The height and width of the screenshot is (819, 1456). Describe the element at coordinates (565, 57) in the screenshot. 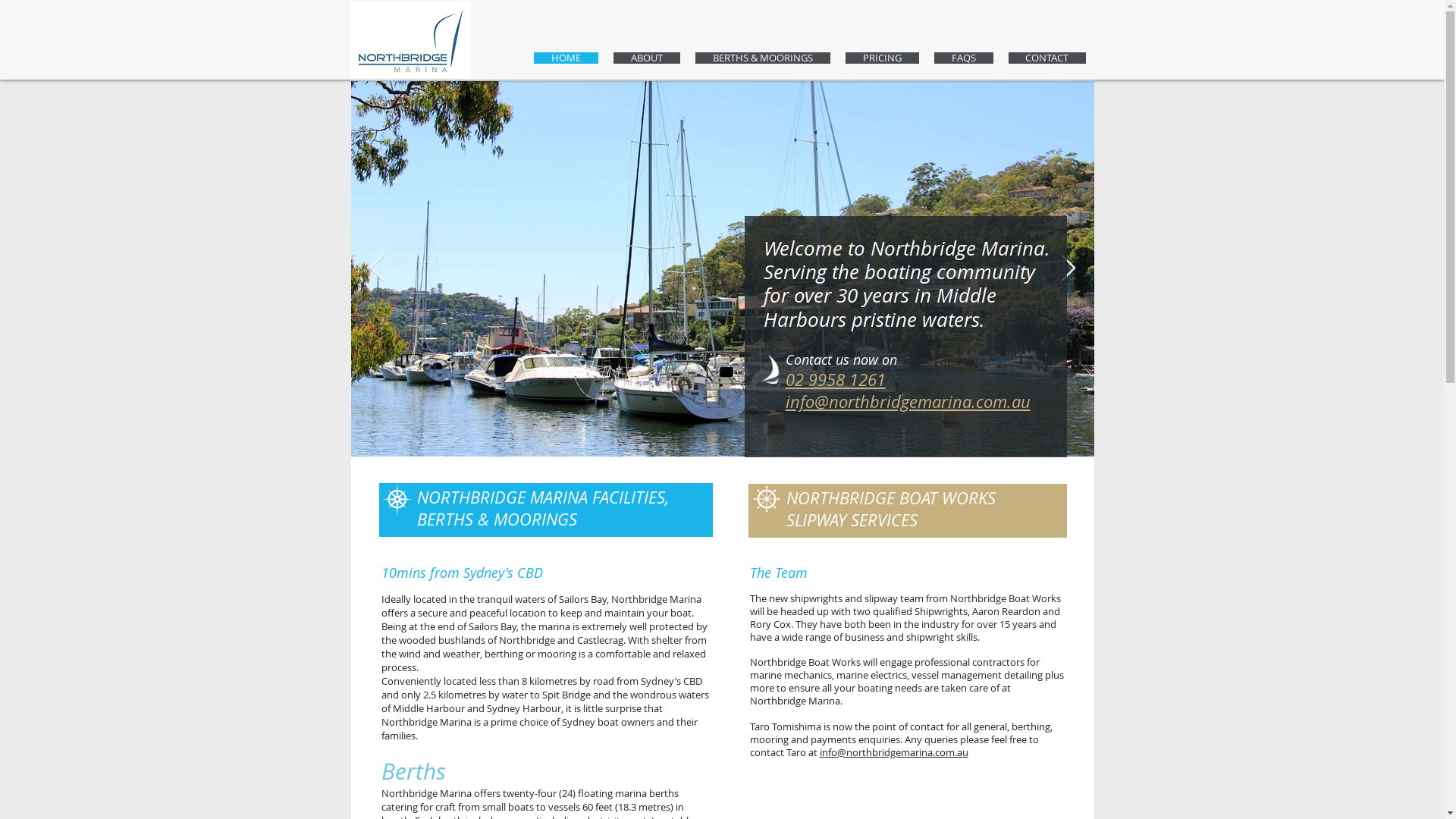

I see `'HOME'` at that location.